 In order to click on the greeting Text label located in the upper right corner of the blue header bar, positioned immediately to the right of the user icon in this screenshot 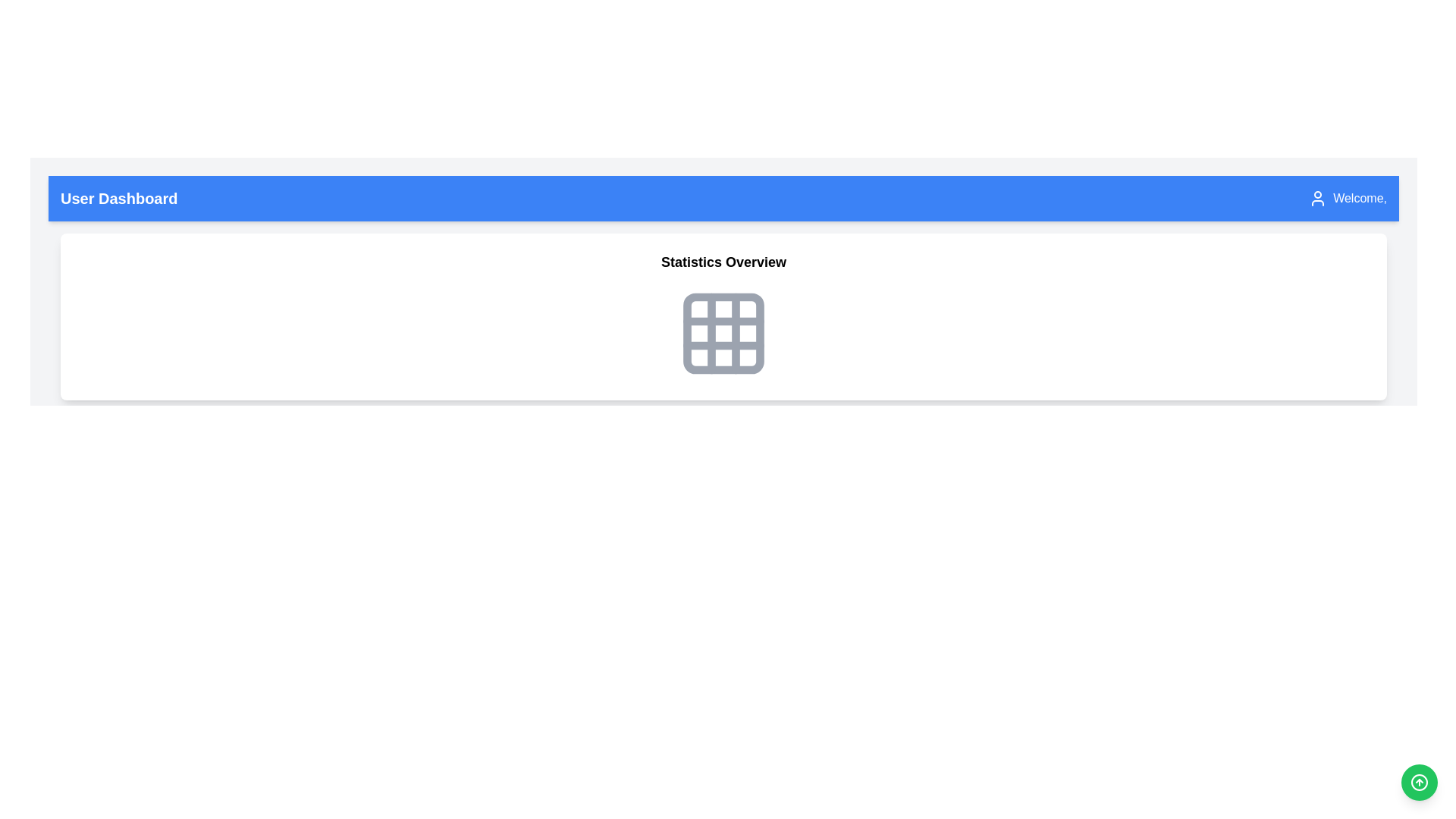, I will do `click(1360, 198)`.